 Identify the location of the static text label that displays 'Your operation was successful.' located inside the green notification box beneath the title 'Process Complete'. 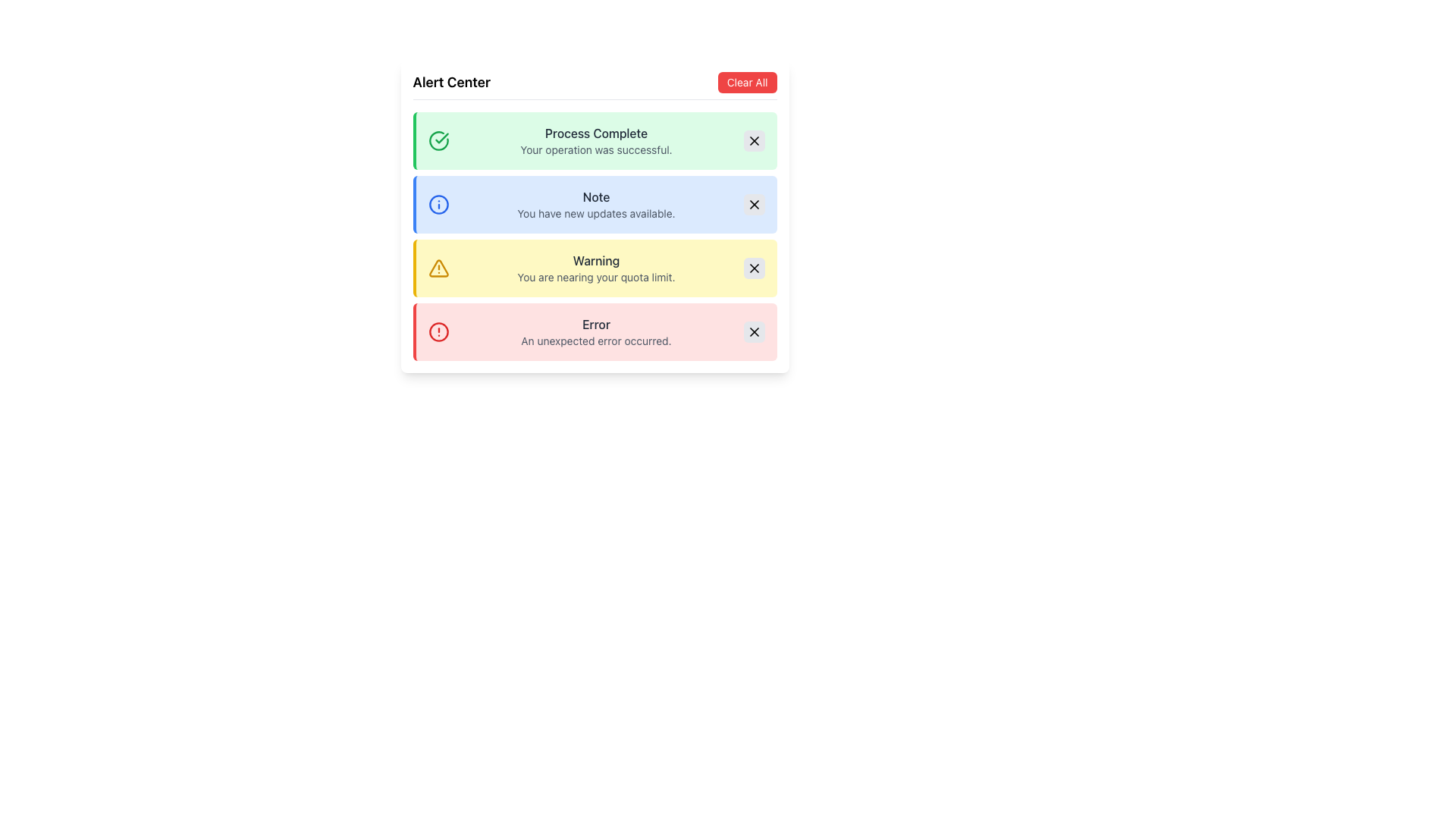
(595, 149).